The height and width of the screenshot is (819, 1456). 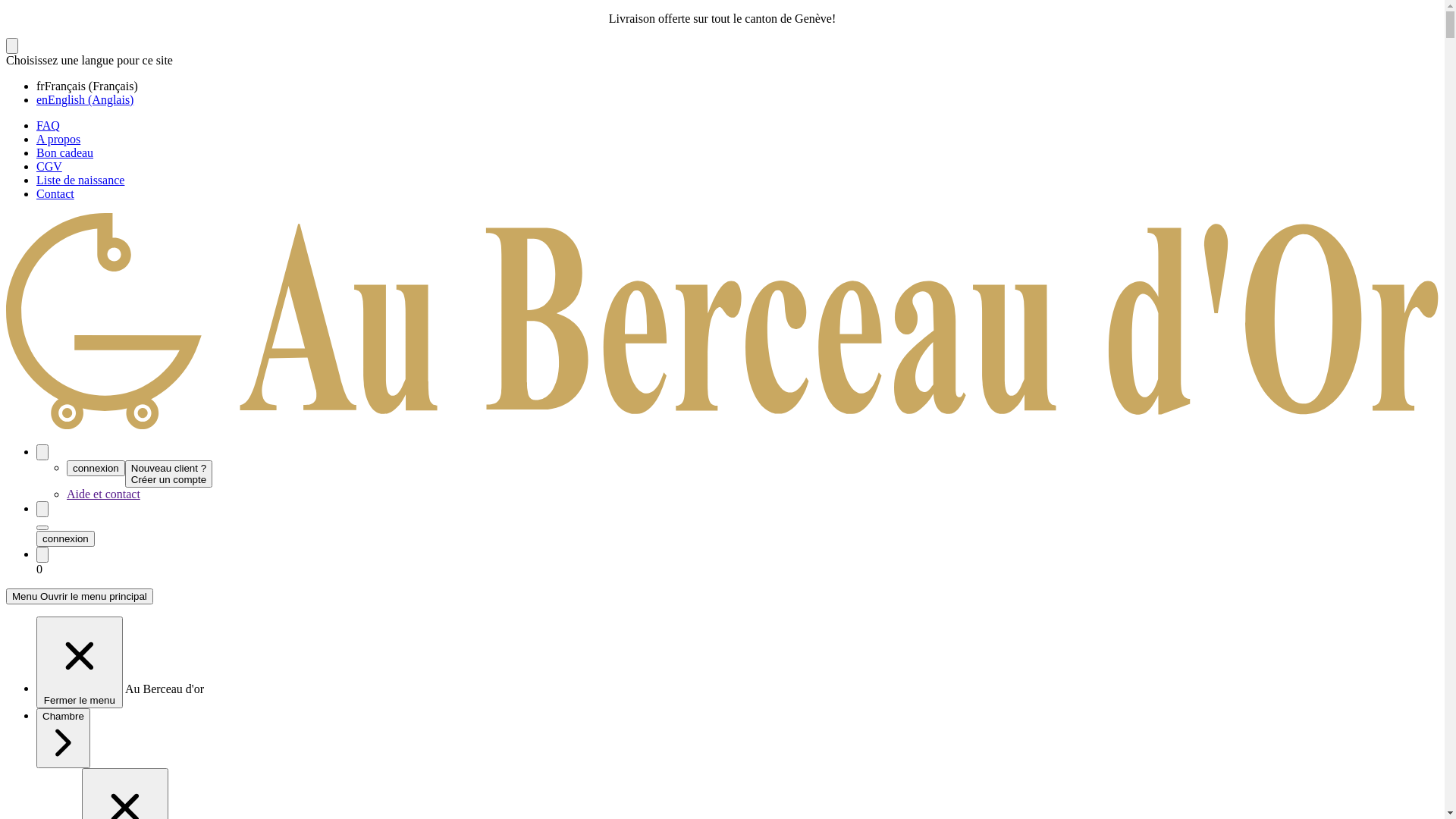 What do you see at coordinates (79, 662) in the screenshot?
I see `'Fermer le menu'` at bounding box center [79, 662].